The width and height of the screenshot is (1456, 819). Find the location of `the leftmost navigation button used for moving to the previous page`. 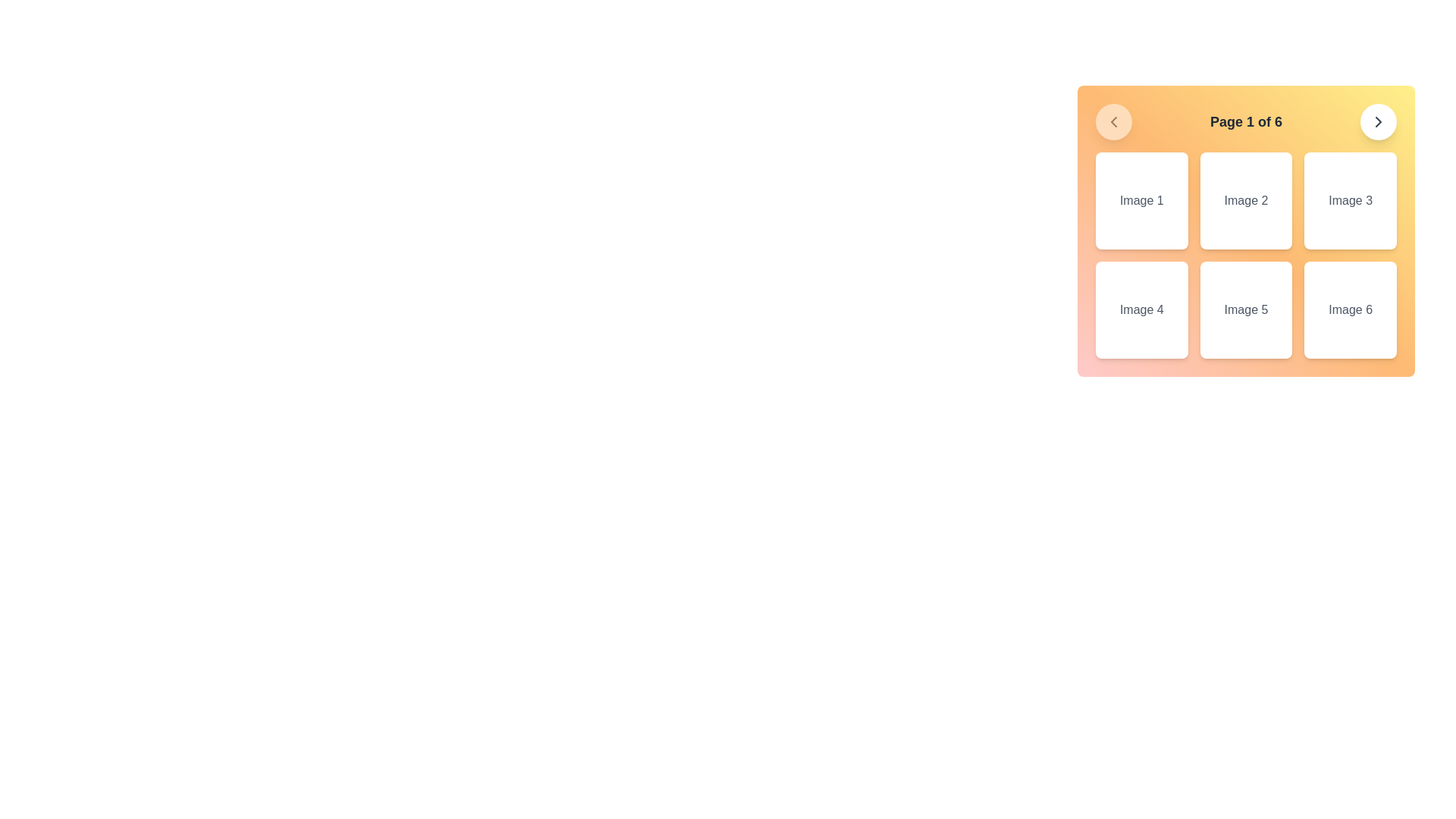

the leftmost navigation button used for moving to the previous page is located at coordinates (1113, 121).